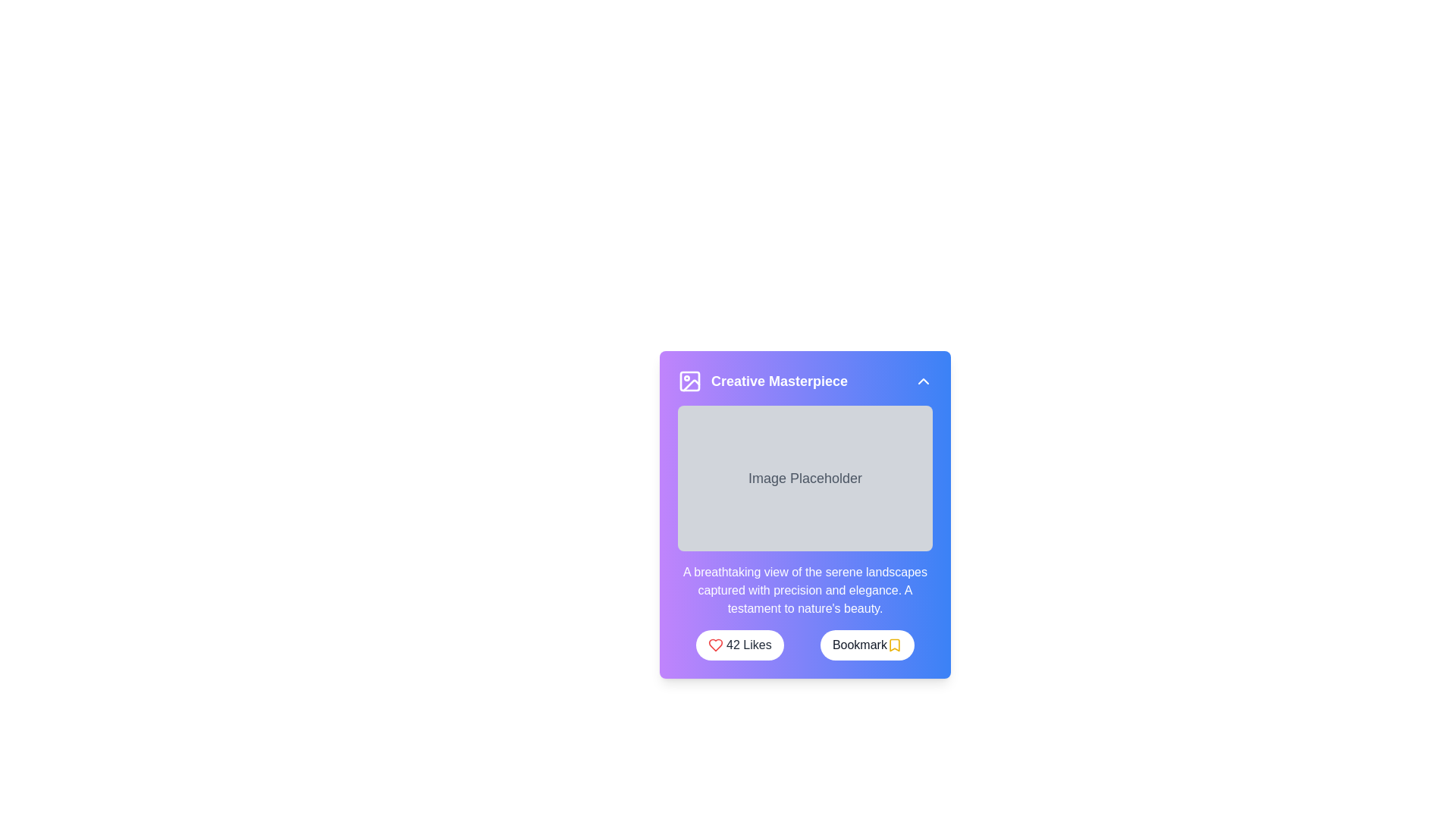  What do you see at coordinates (804, 532) in the screenshot?
I see `the rectangular image placeholder with a gray background displaying 'Image Placeholder' from its current location` at bounding box center [804, 532].